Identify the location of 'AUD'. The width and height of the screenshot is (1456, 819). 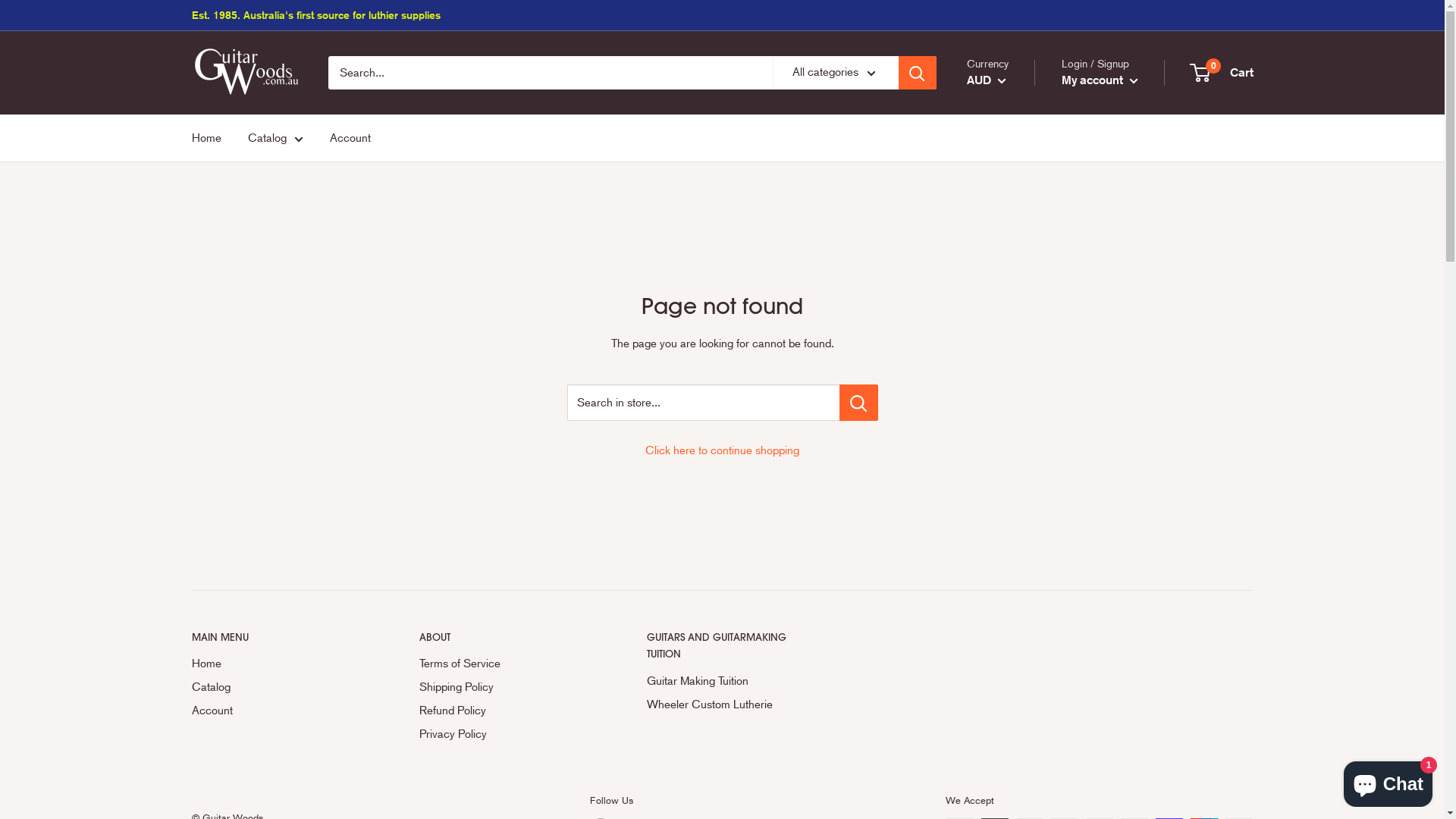
(986, 80).